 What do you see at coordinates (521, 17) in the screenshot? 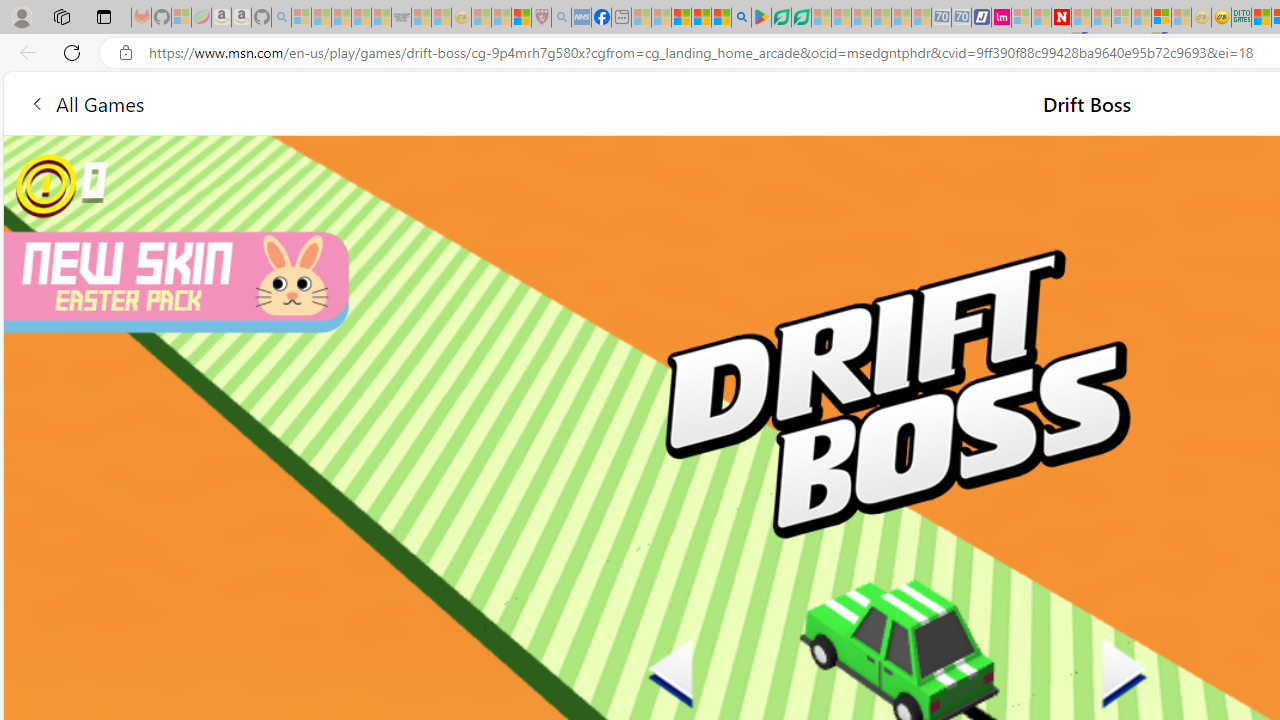
I see `'Local - MSN'` at bounding box center [521, 17].